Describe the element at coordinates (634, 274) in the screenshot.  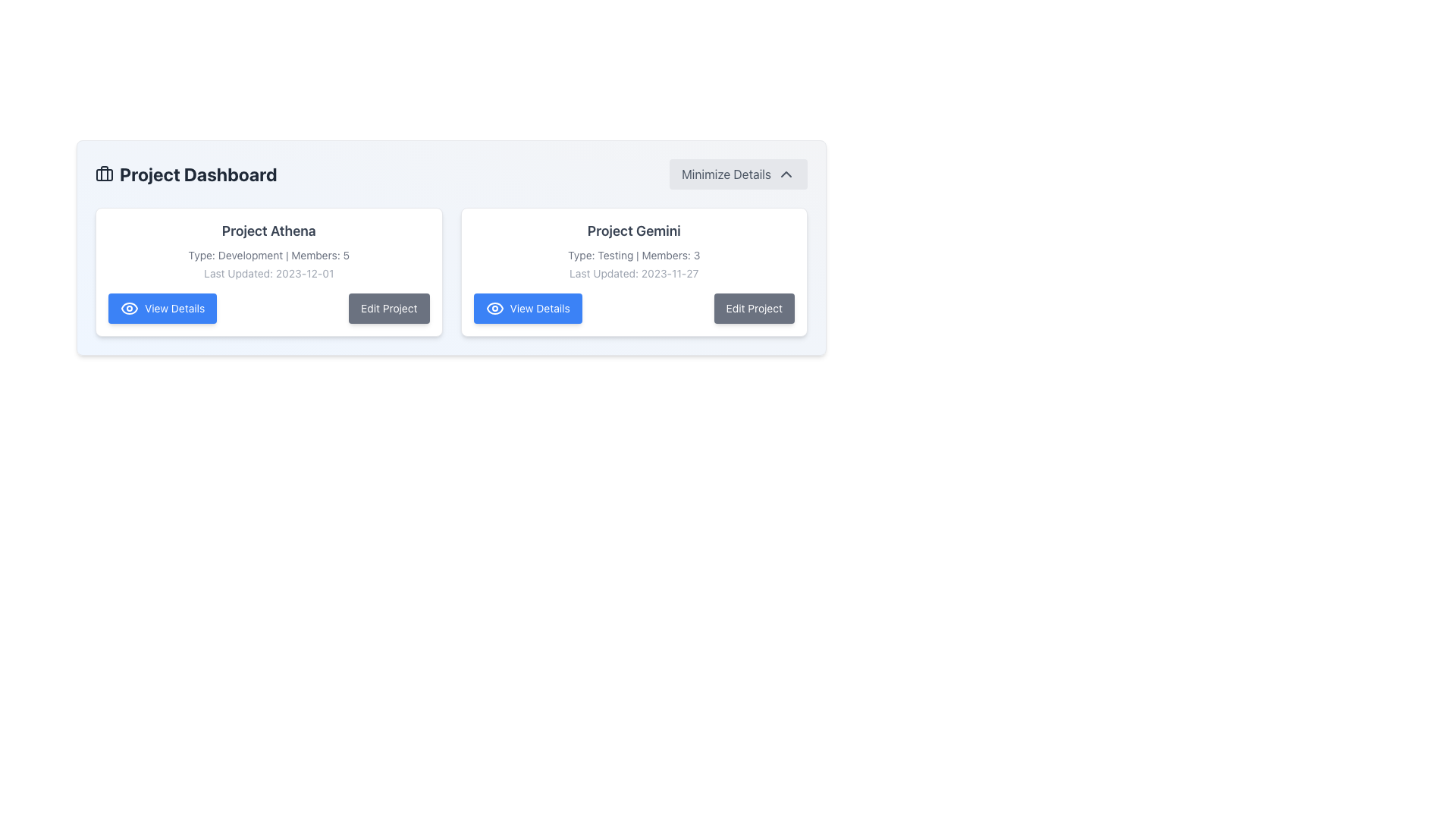
I see `the third textual line in the 'Project Gemini' card that displays the last update date of the associated project` at that location.